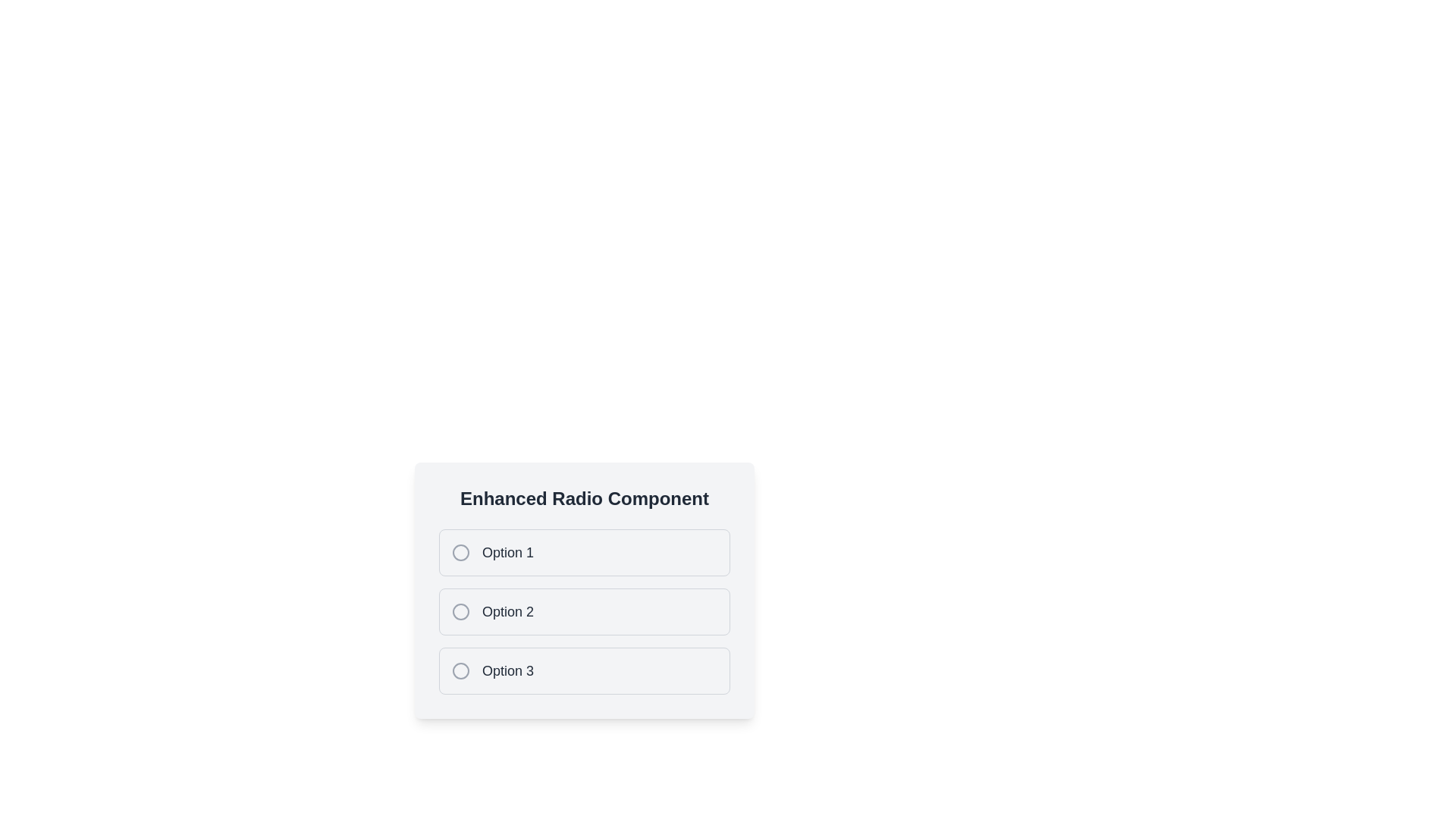 The image size is (1456, 819). What do you see at coordinates (584, 553) in the screenshot?
I see `the first radio button option in the 'Enhanced Radio Component'` at bounding box center [584, 553].